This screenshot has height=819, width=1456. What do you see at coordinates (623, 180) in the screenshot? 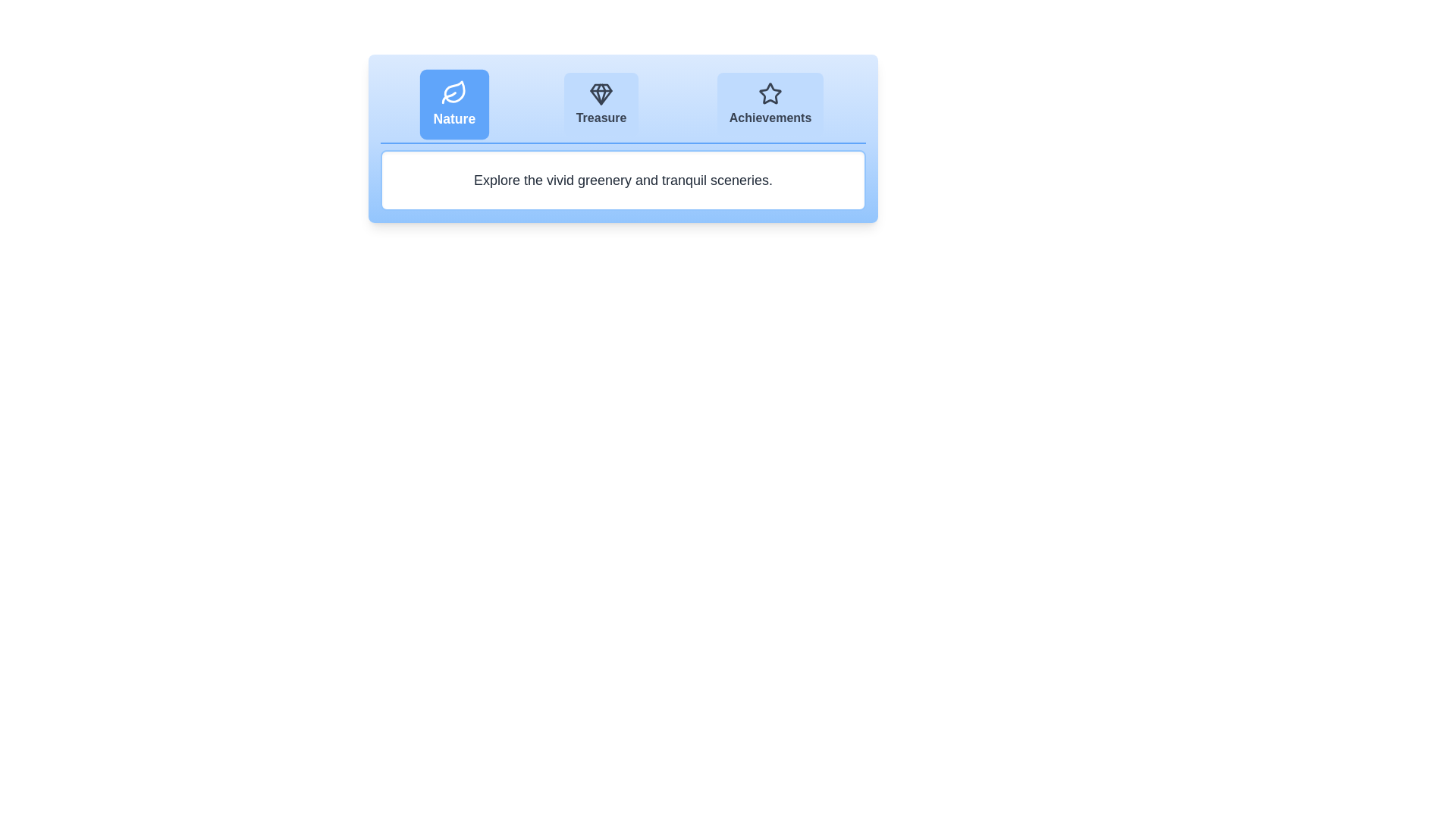
I see `the content displayed in the active tab` at bounding box center [623, 180].